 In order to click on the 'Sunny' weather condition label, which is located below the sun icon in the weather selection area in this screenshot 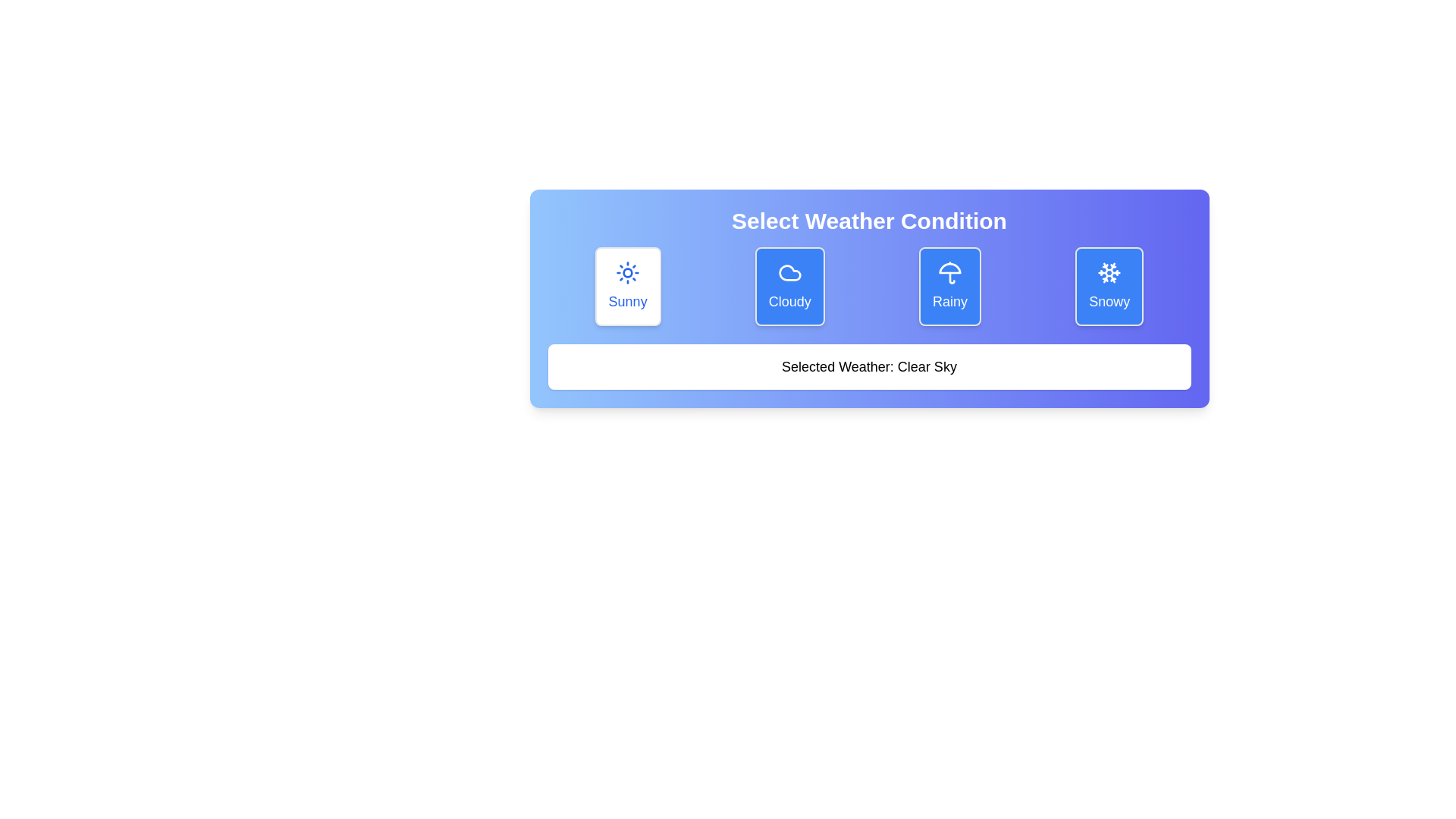, I will do `click(628, 301)`.